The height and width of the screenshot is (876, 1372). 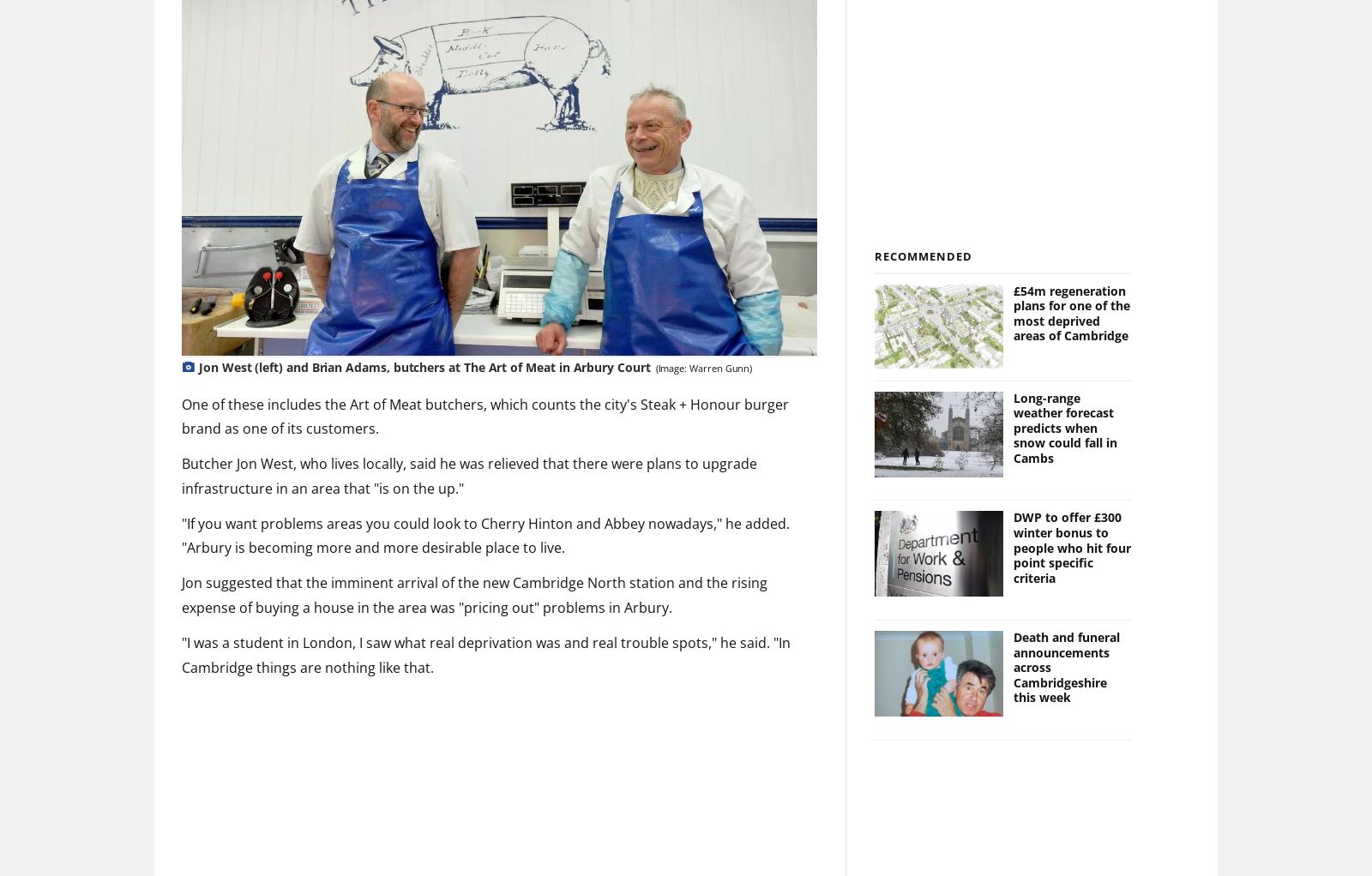 I want to click on 'Recommended', so click(x=923, y=255).